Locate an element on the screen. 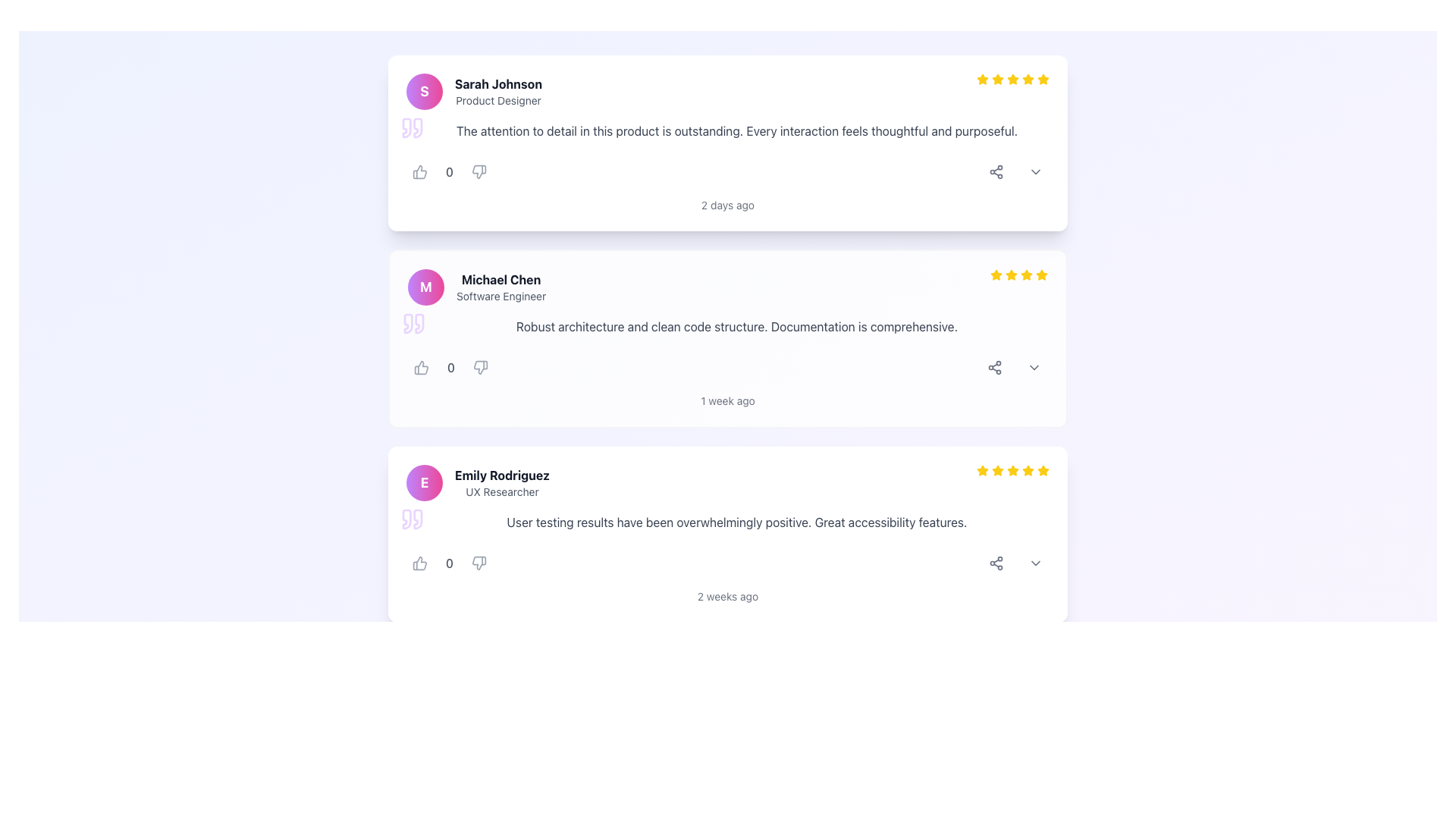 This screenshot has width=1456, height=819. the text display element that shows the name and role of the user, located in the middle of the second card, to the right of the circular avatar with the letter 'M' is located at coordinates (501, 287).